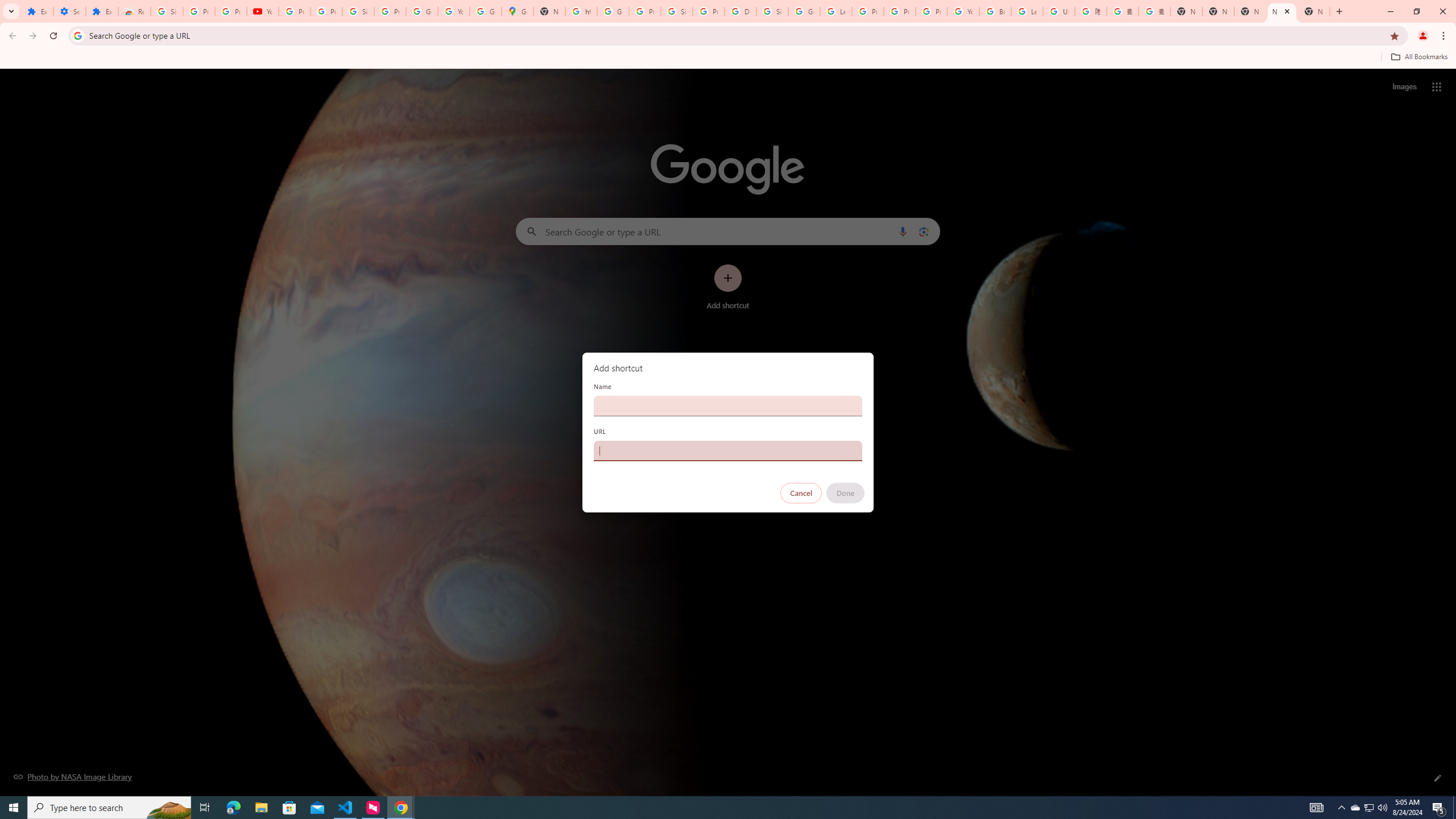  What do you see at coordinates (899, 11) in the screenshot?
I see `'Privacy Help Center - Policies Help'` at bounding box center [899, 11].